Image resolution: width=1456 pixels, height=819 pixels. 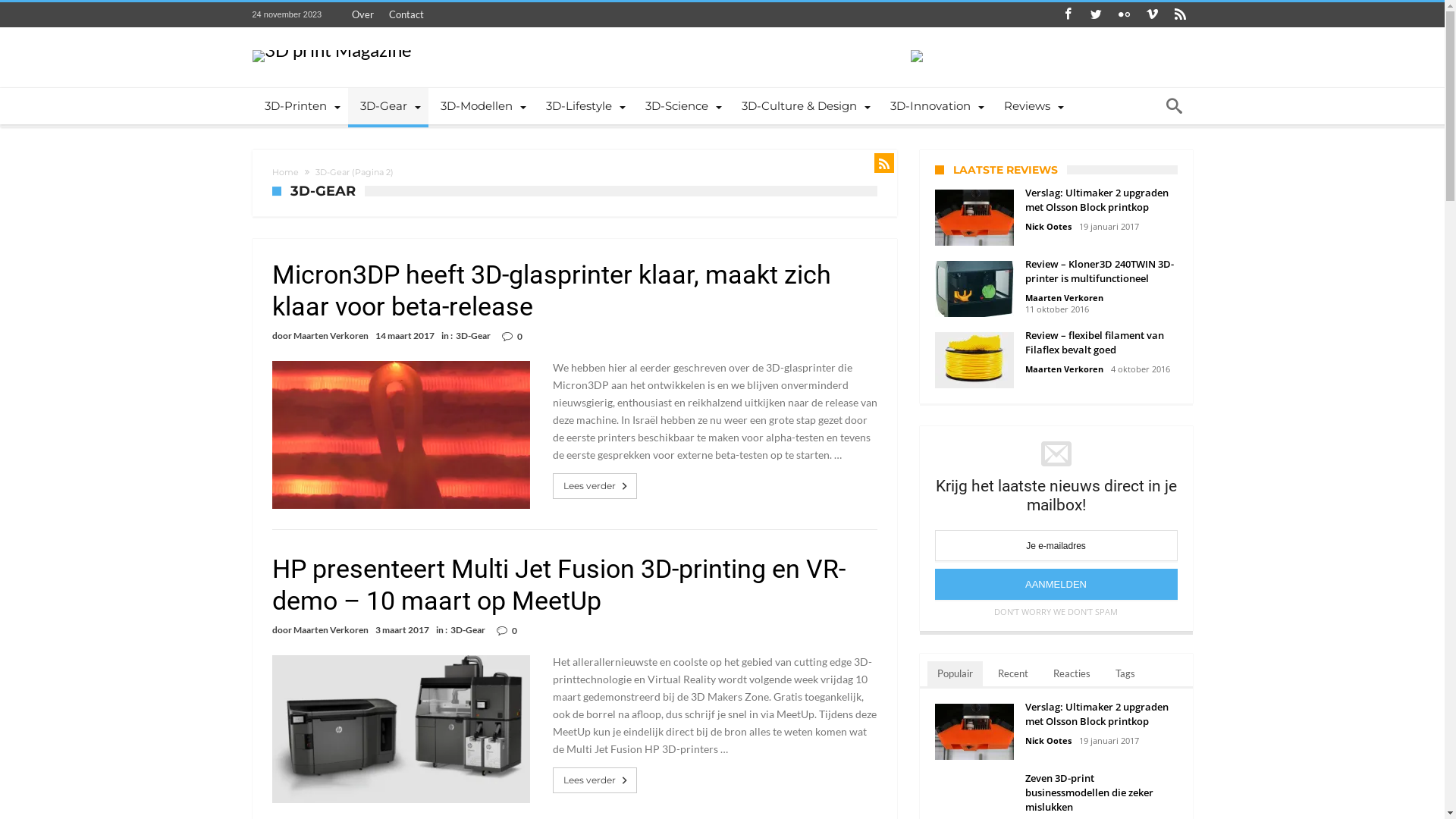 I want to click on 'Facebook', so click(x=1066, y=14).